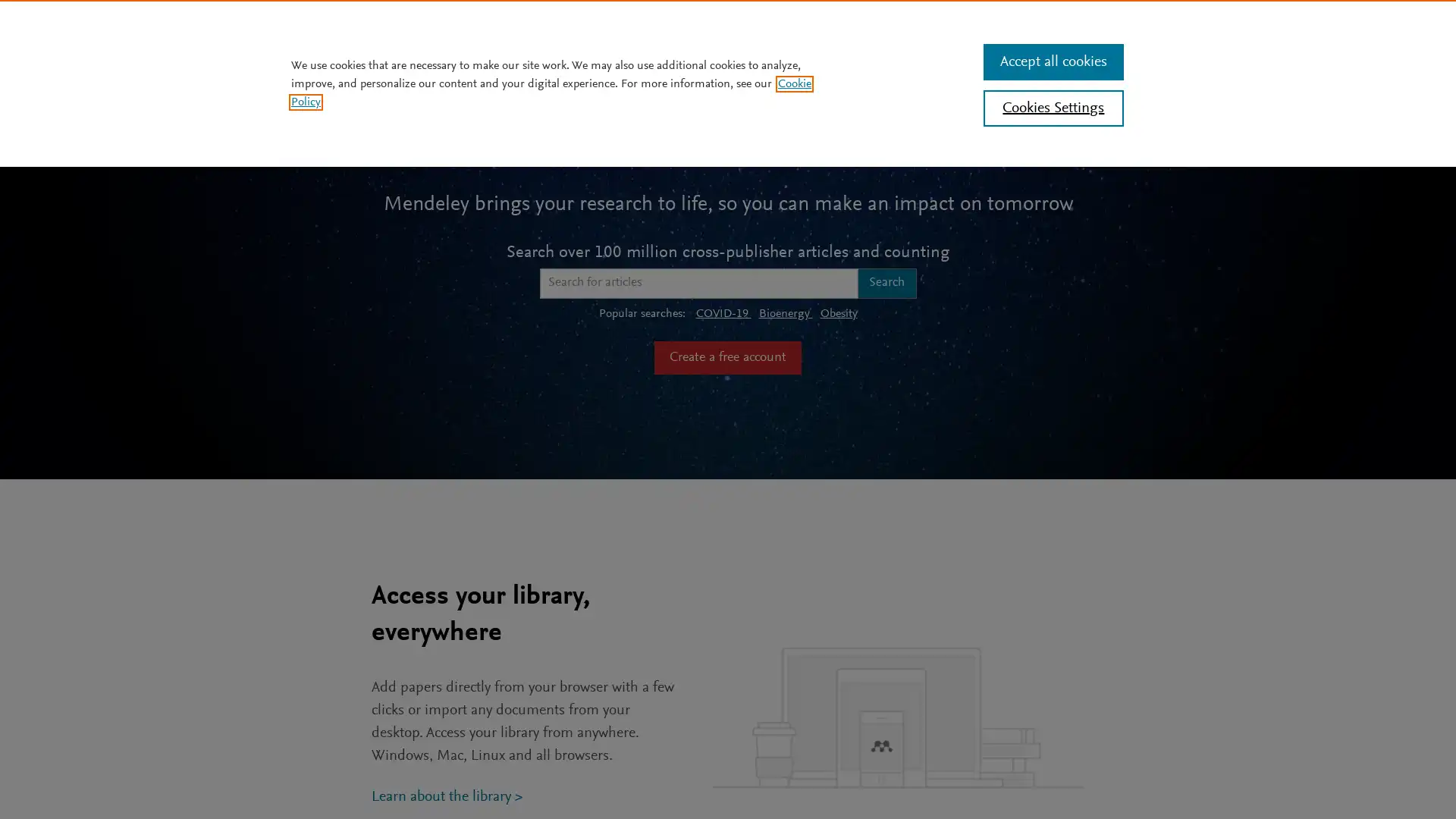 This screenshot has height=819, width=1456. Describe the element at coordinates (1052, 61) in the screenshot. I see `Accept all cookies` at that location.